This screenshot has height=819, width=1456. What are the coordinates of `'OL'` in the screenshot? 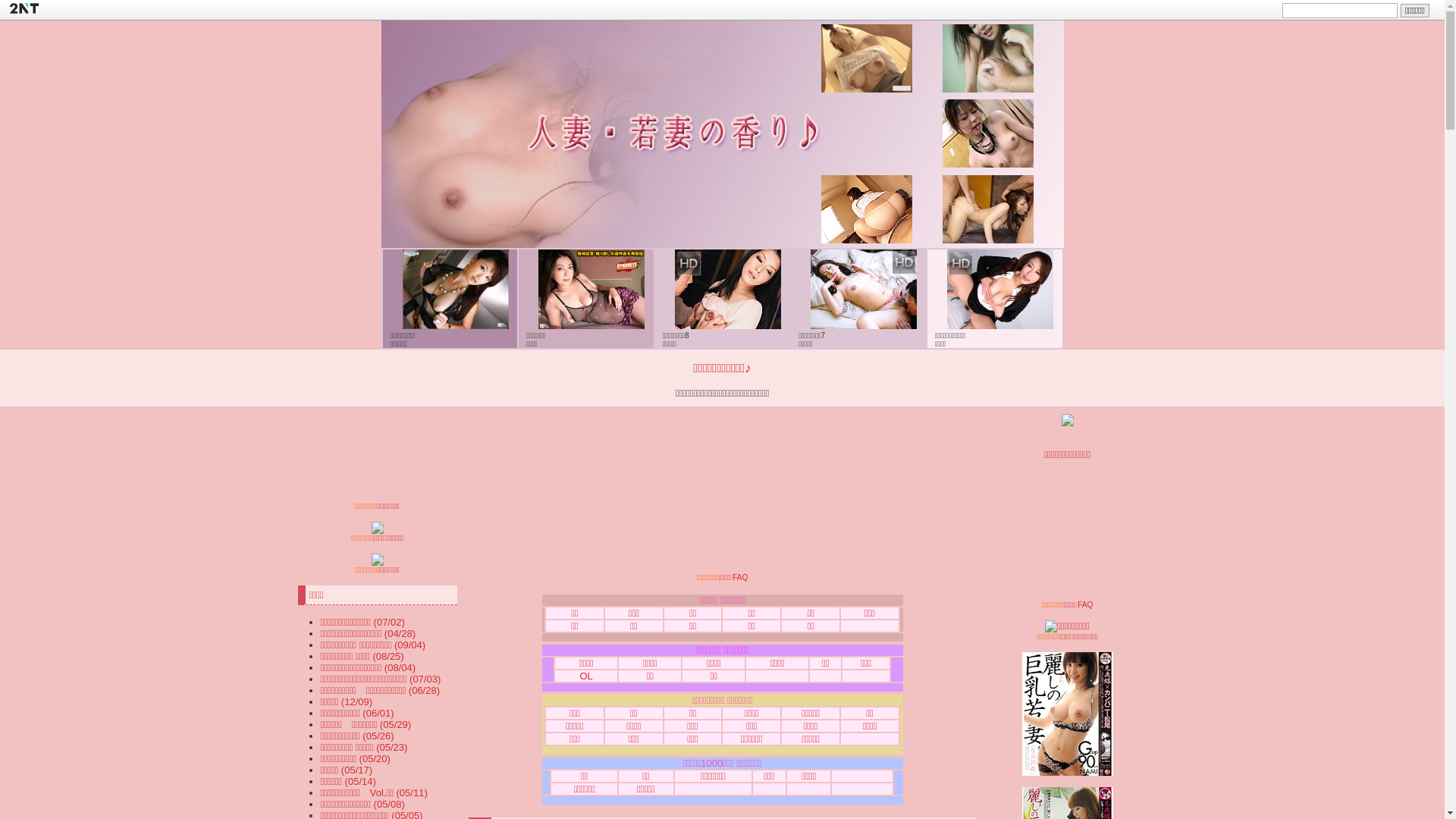 It's located at (578, 675).